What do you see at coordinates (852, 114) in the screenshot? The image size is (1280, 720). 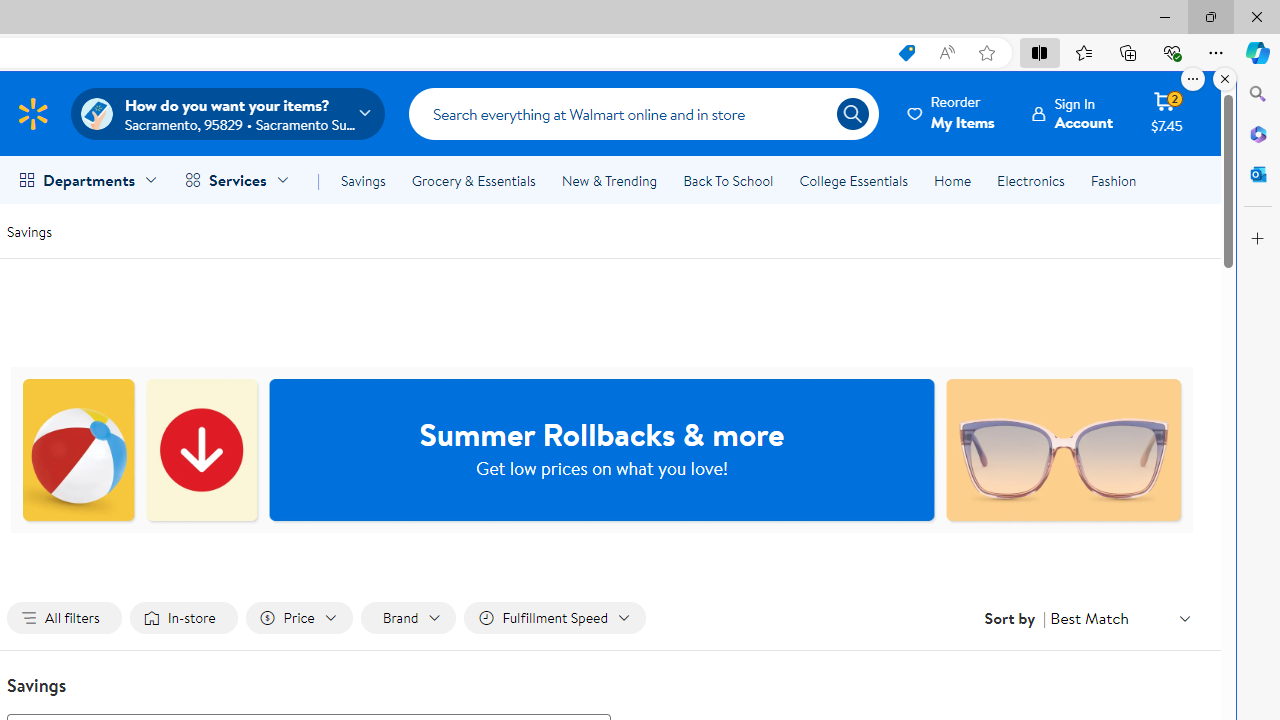 I see `'Search icon'` at bounding box center [852, 114].